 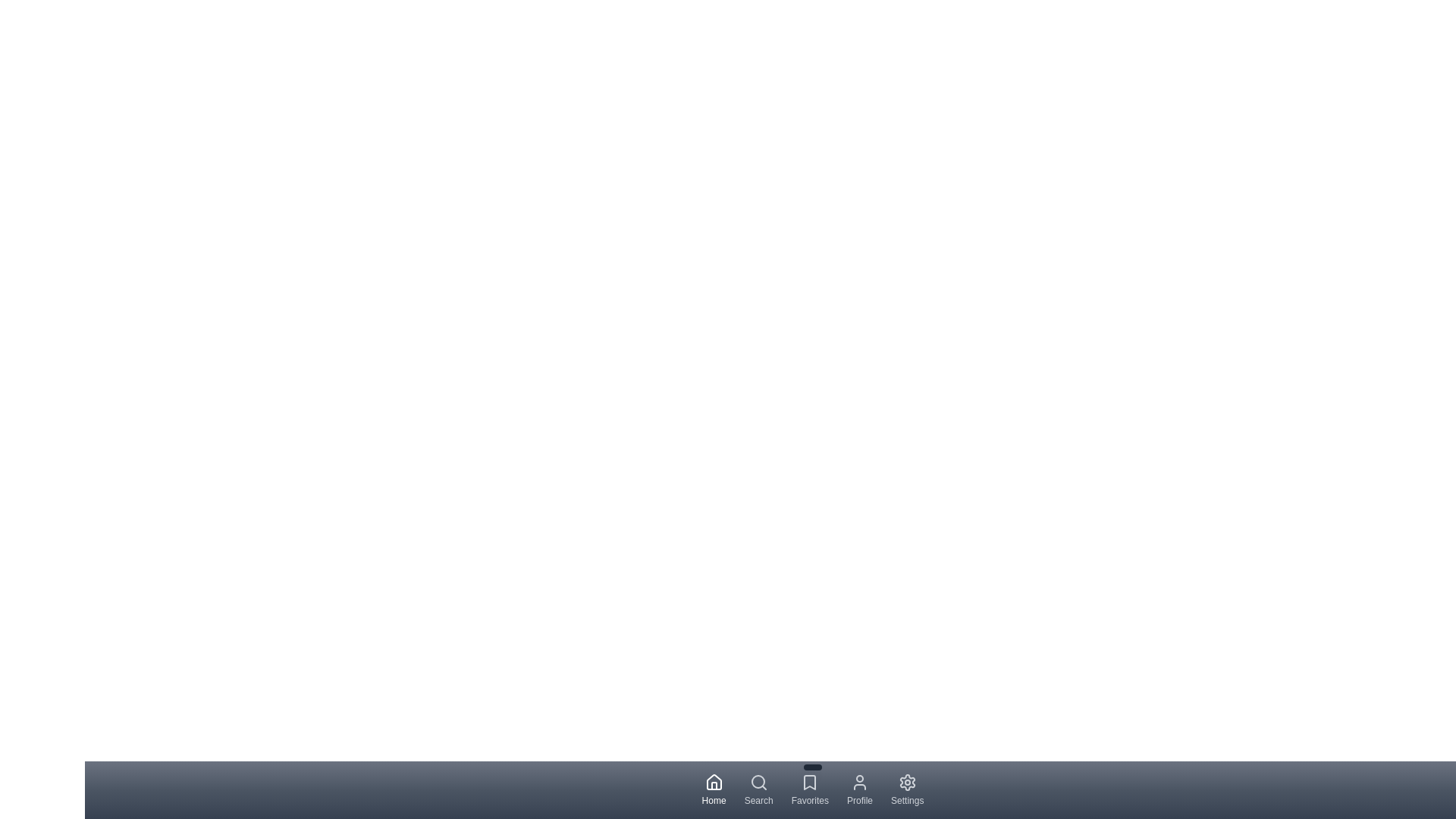 What do you see at coordinates (907, 789) in the screenshot?
I see `the navigation tab labeled Settings to display its tooltip` at bounding box center [907, 789].